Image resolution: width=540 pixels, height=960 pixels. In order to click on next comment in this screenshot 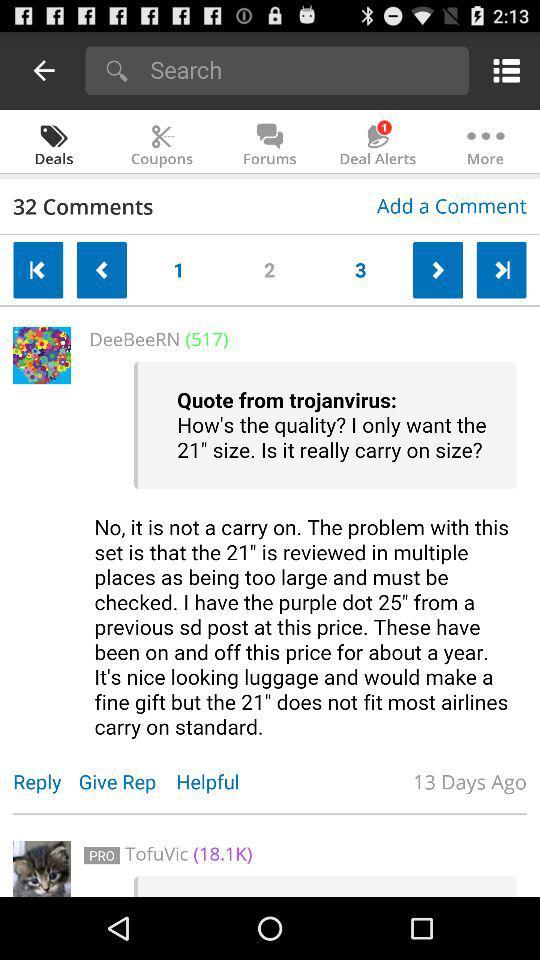, I will do `click(437, 269)`.